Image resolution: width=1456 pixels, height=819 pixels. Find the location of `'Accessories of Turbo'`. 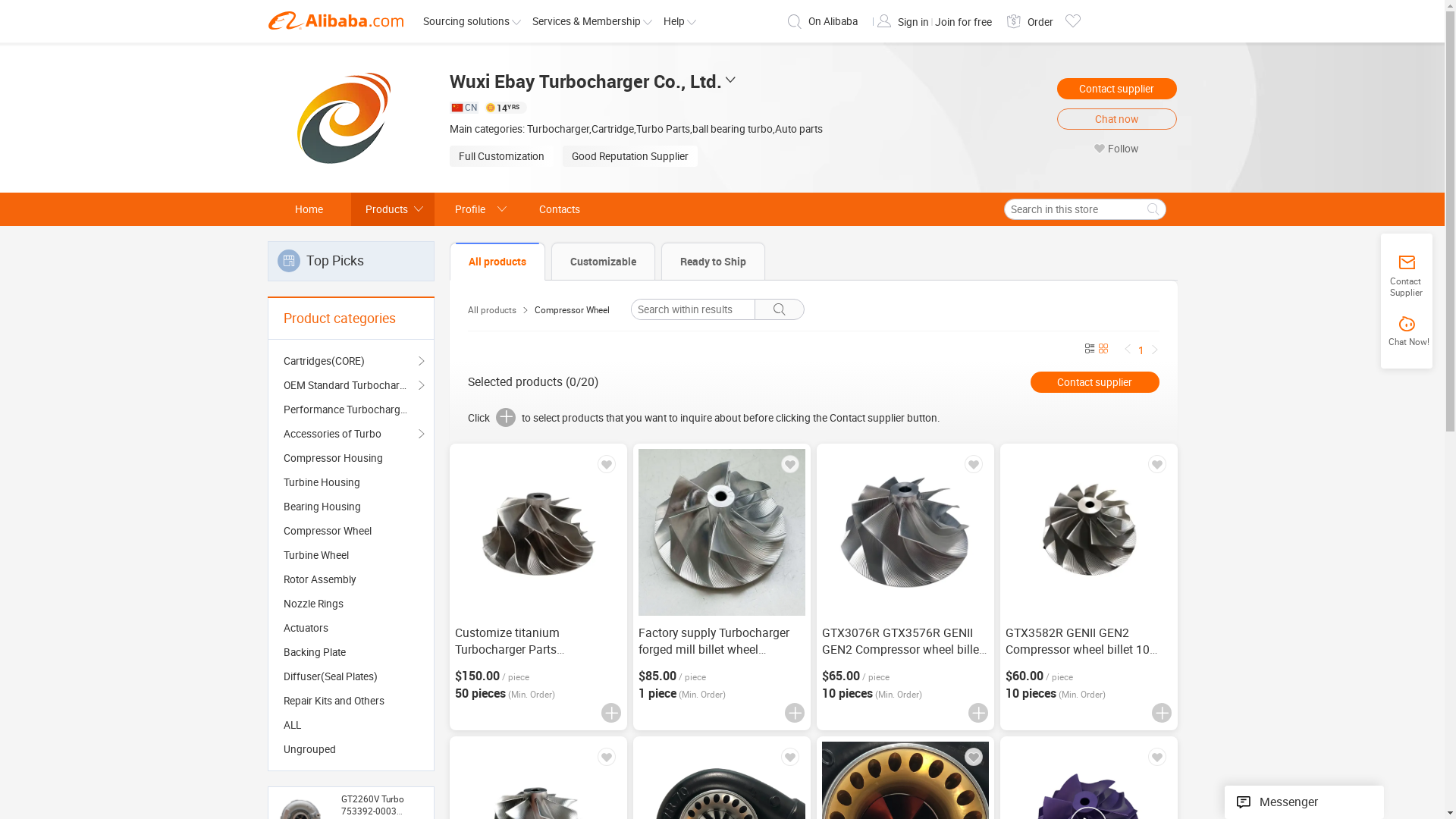

'Accessories of Turbo' is located at coordinates (350, 433).